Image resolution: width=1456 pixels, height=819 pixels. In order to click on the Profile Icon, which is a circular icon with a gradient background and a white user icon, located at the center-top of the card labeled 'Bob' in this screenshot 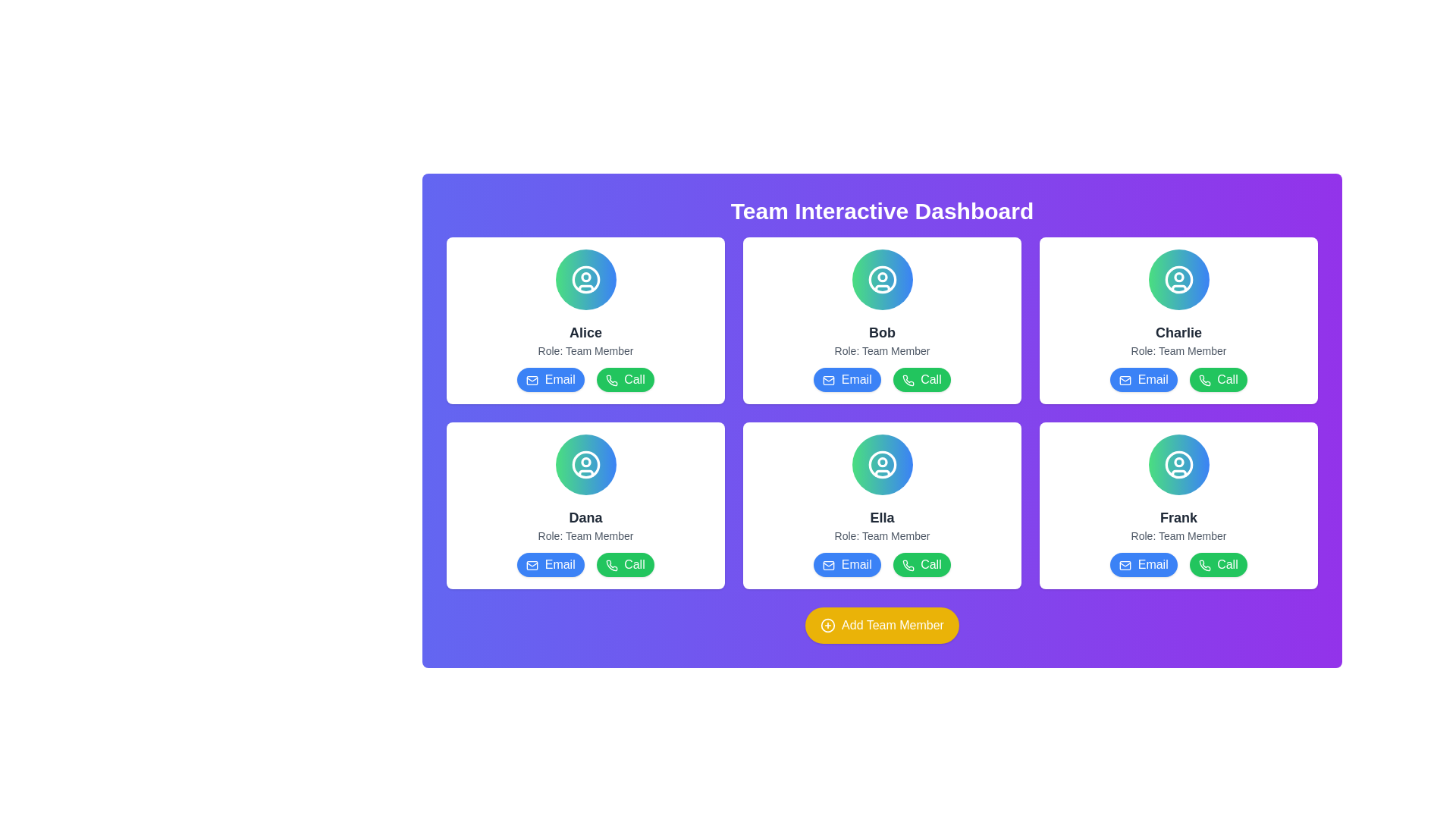, I will do `click(882, 280)`.